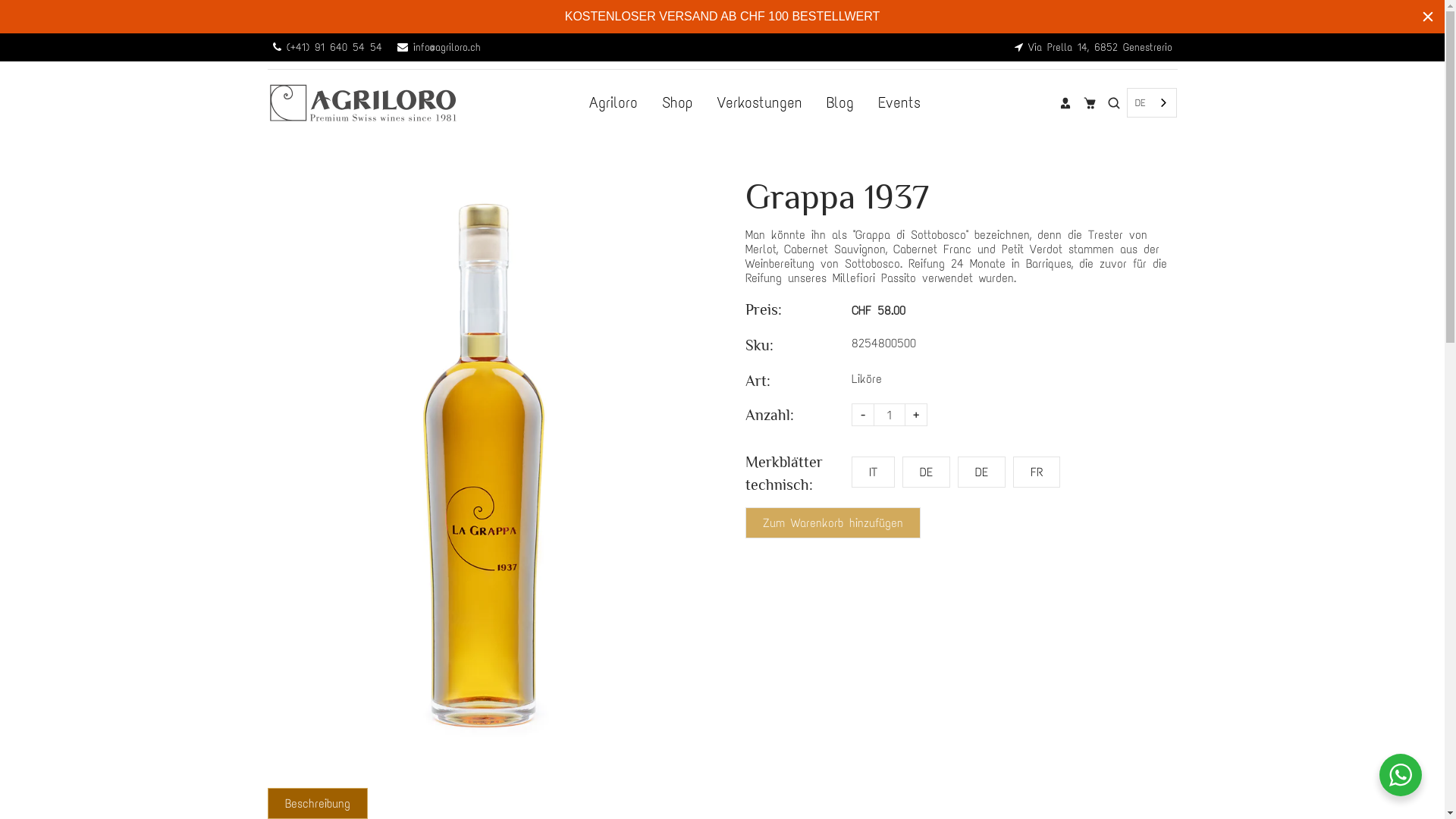 This screenshot has width=1456, height=819. What do you see at coordinates (872, 471) in the screenshot?
I see `'IT'` at bounding box center [872, 471].